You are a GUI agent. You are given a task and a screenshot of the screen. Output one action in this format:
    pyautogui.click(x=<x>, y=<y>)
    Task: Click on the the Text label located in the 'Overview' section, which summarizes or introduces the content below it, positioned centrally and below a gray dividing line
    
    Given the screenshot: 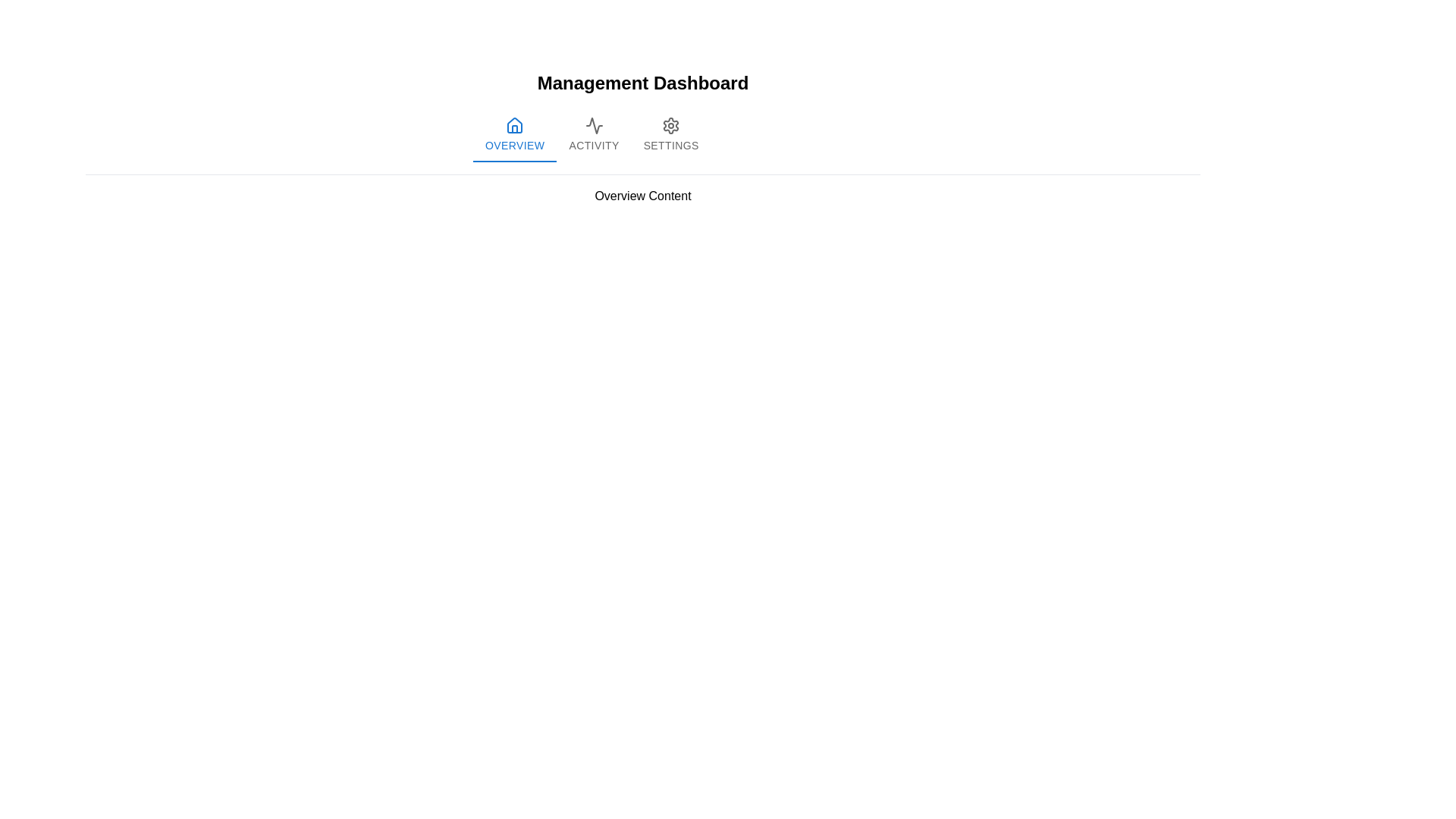 What is the action you would take?
    pyautogui.click(x=643, y=195)
    